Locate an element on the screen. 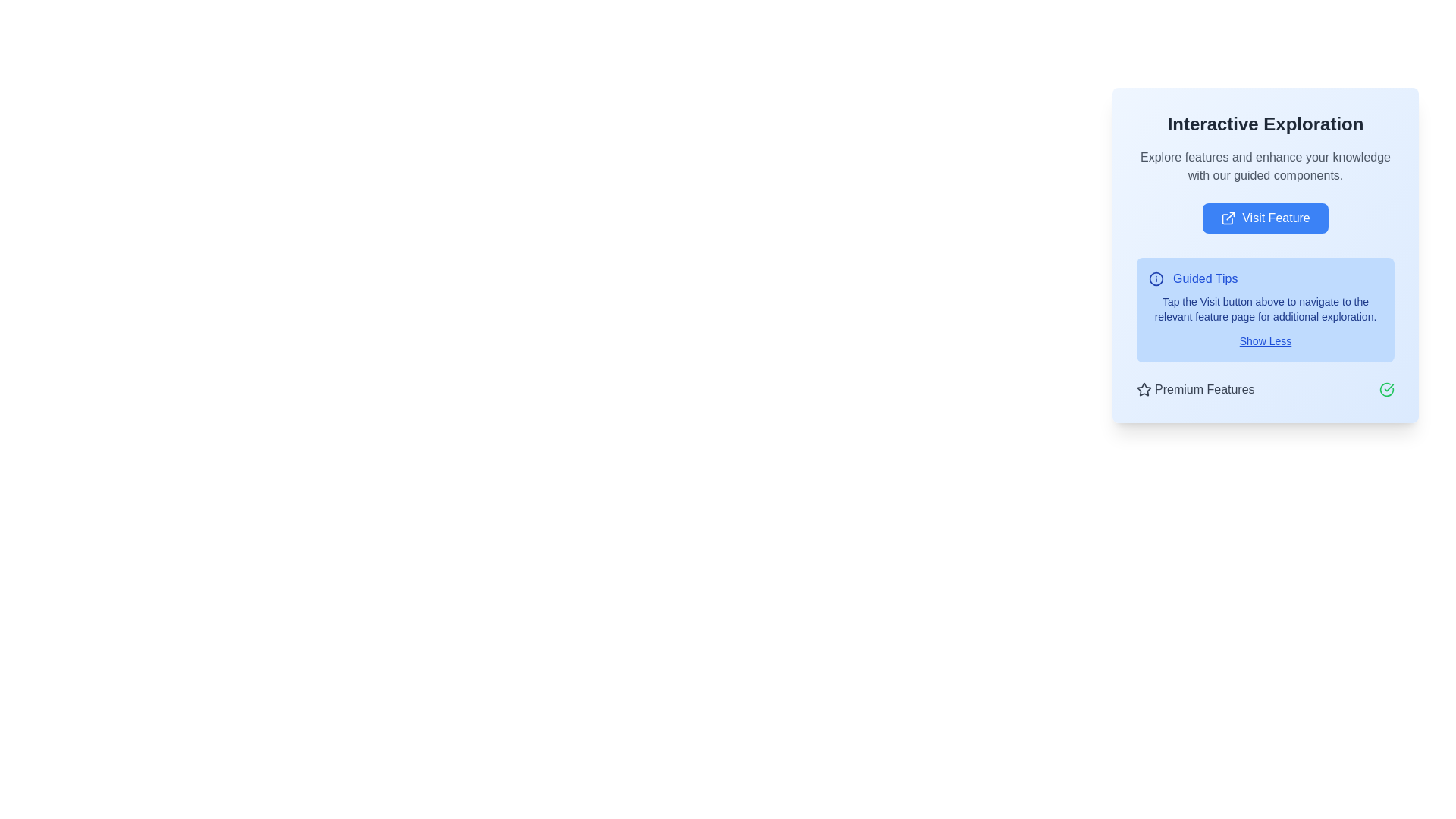  the button located within the 'Interactive Exploration' section is located at coordinates (1266, 218).